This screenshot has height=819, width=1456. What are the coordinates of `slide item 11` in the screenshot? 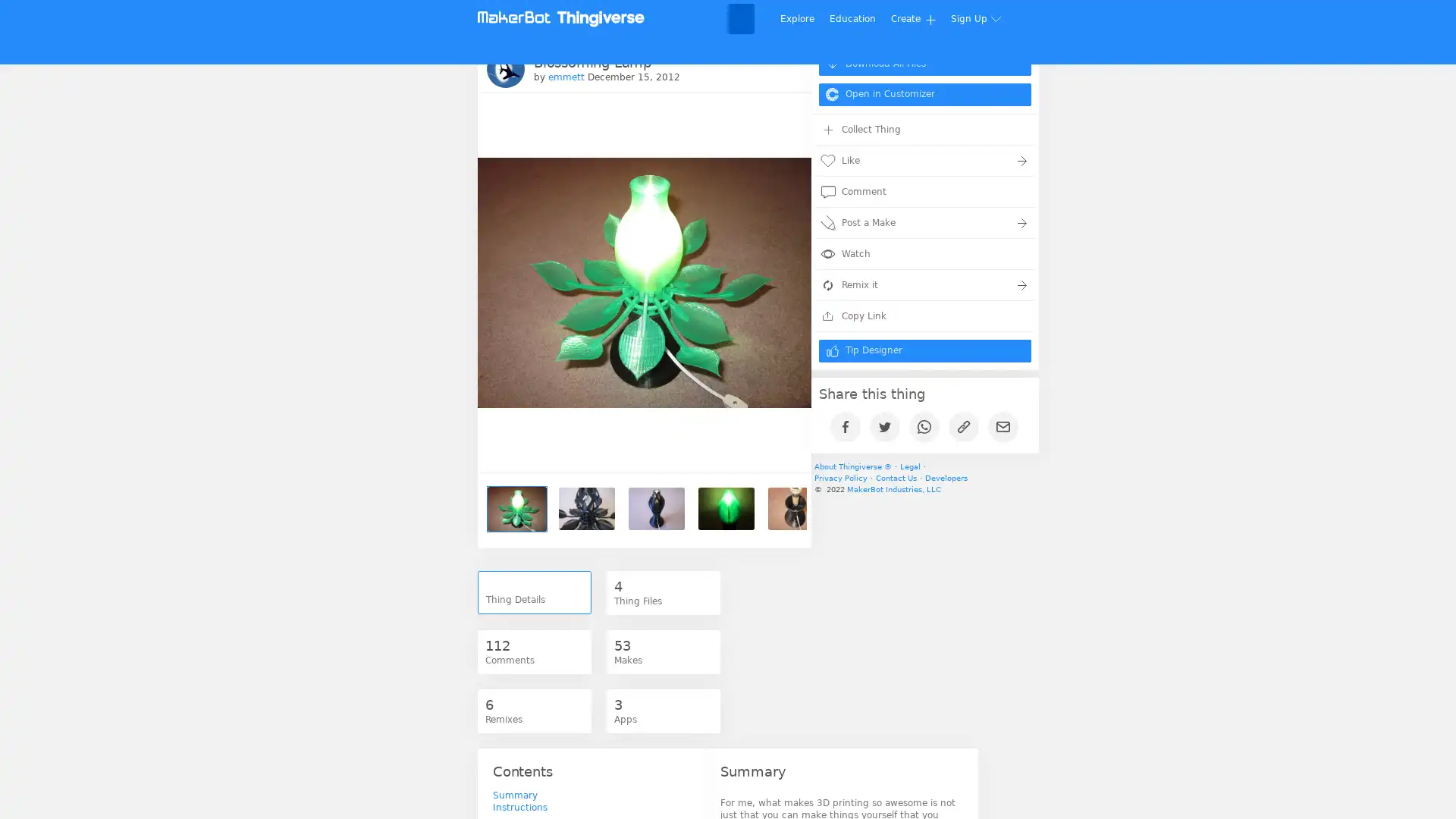 It's located at (1215, 508).